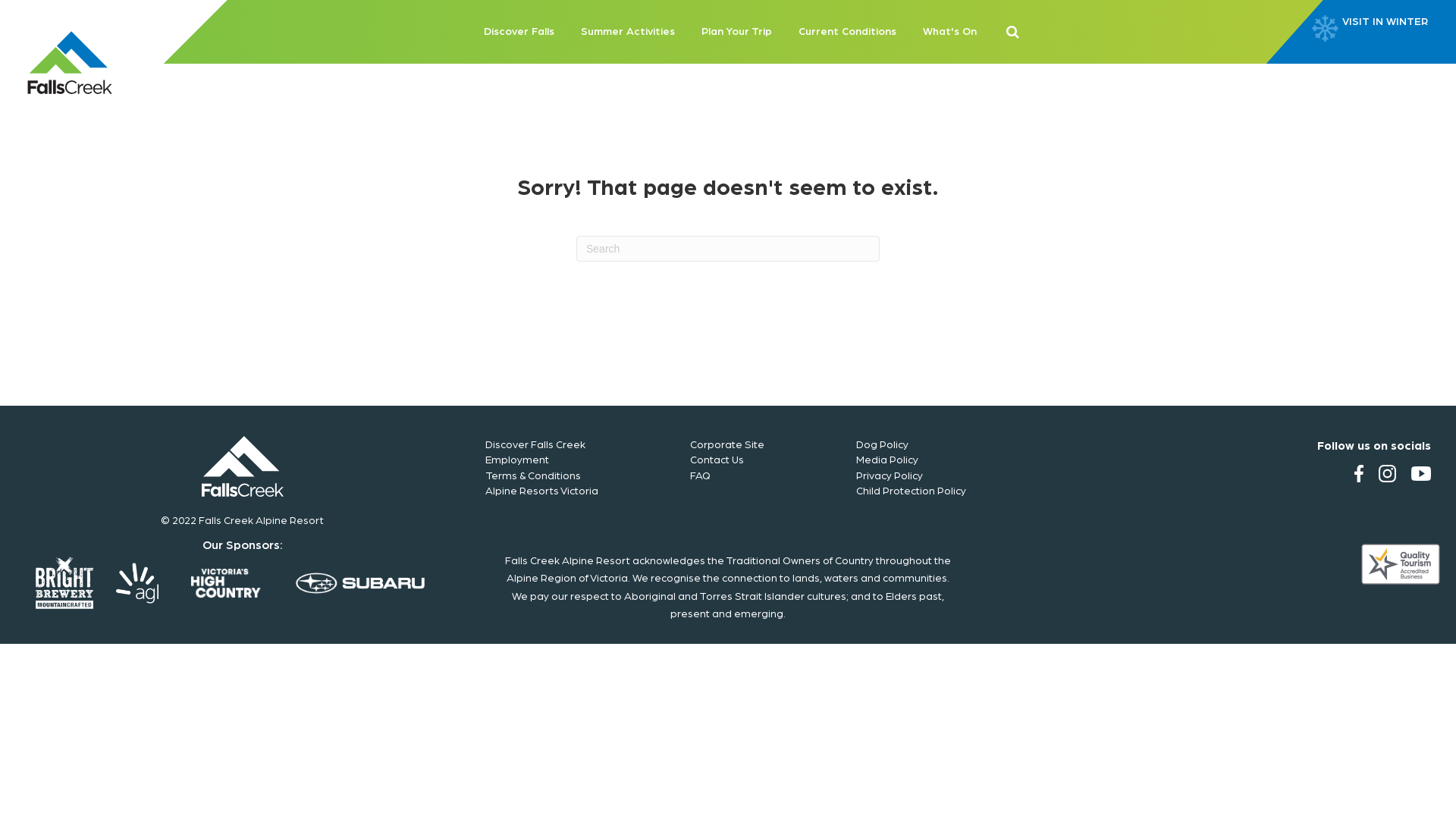 The height and width of the screenshot is (819, 1456). Describe the element at coordinates (887, 458) in the screenshot. I see `'Media Policy'` at that location.